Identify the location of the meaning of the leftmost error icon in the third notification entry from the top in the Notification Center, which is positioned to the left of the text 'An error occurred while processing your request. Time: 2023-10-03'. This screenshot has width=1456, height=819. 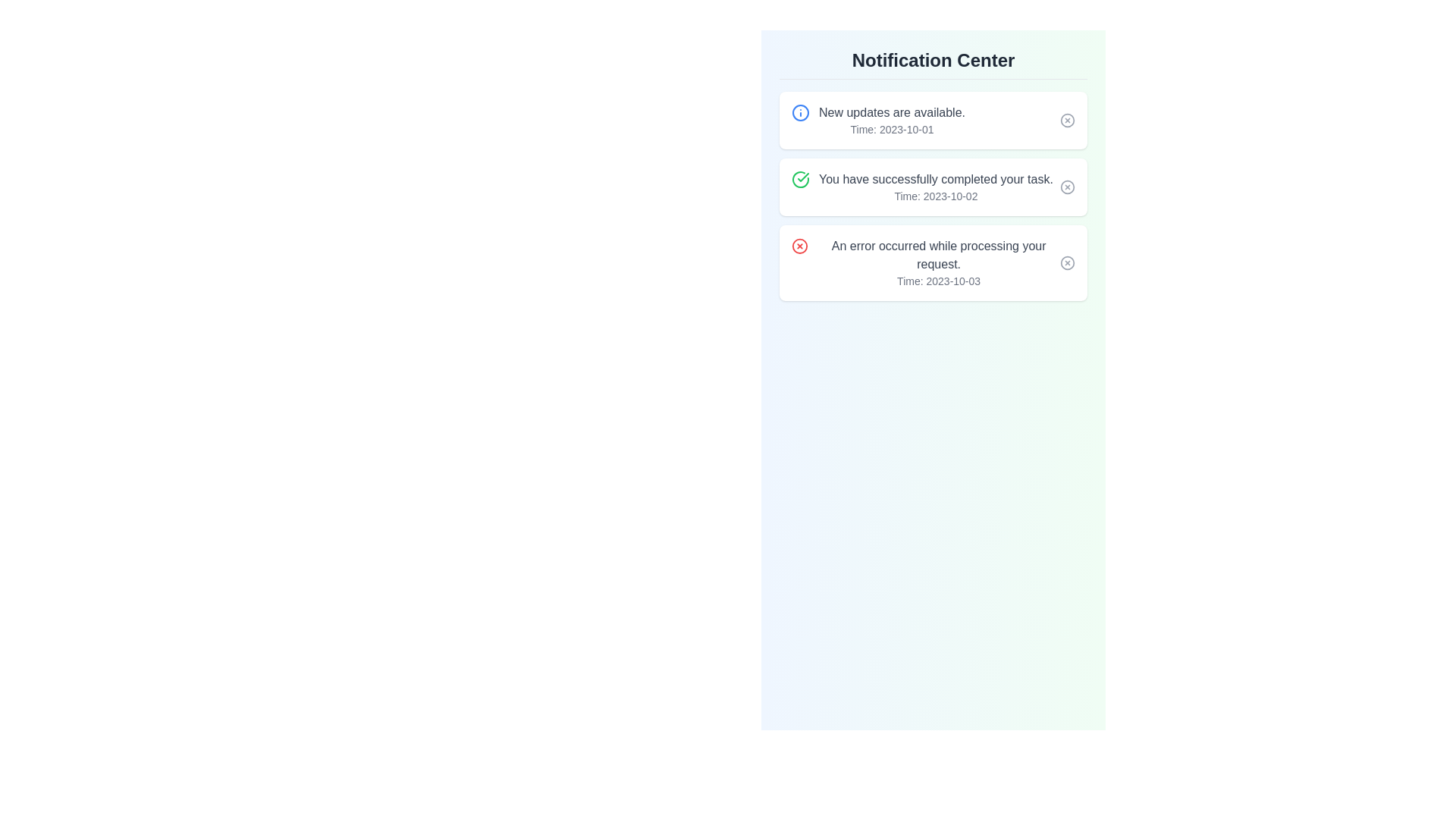
(799, 245).